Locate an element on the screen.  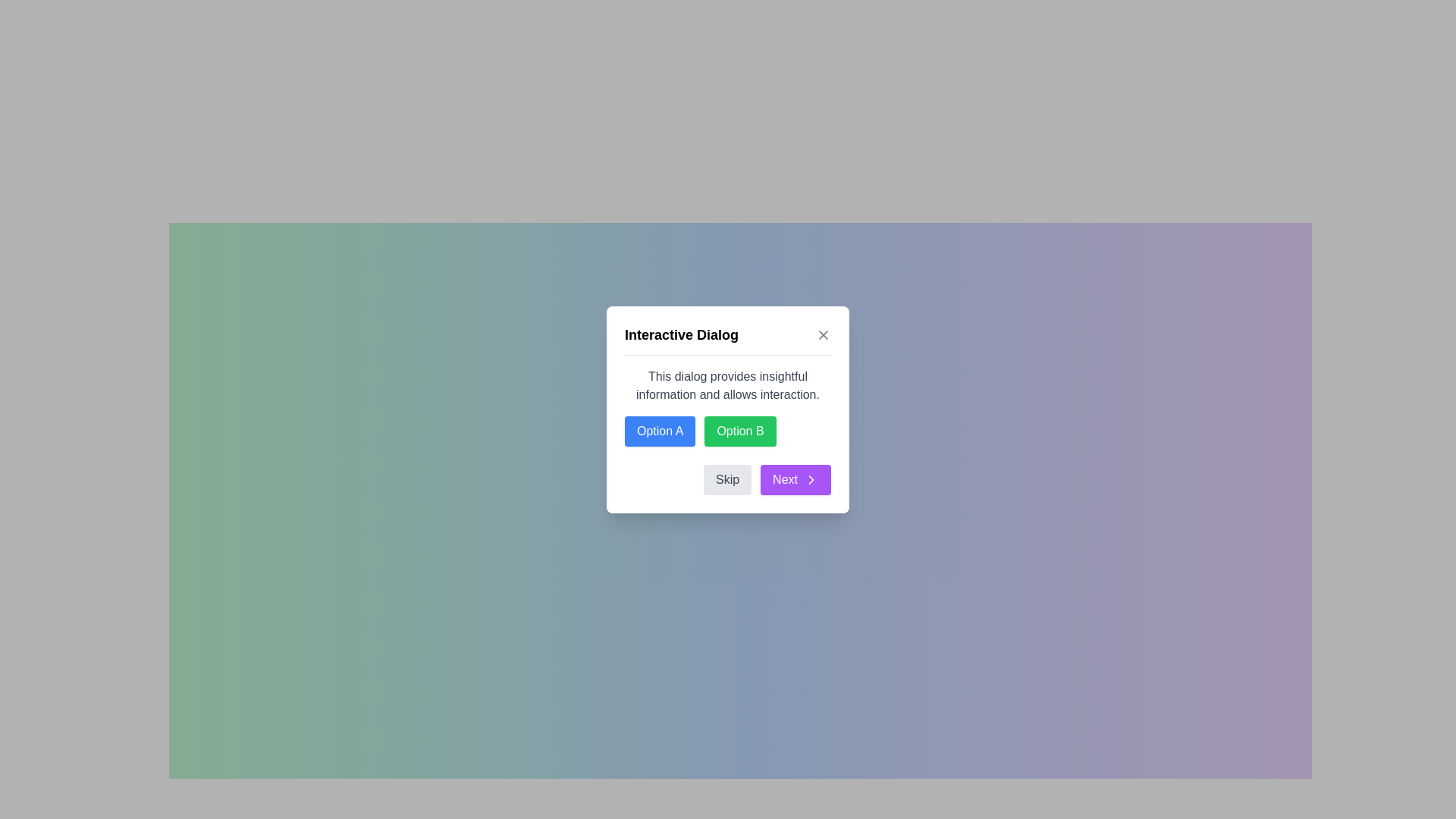
title of the header labeled 'Interactive Dialog' which is styled with bold text and located at the top of the dialog box is located at coordinates (728, 338).